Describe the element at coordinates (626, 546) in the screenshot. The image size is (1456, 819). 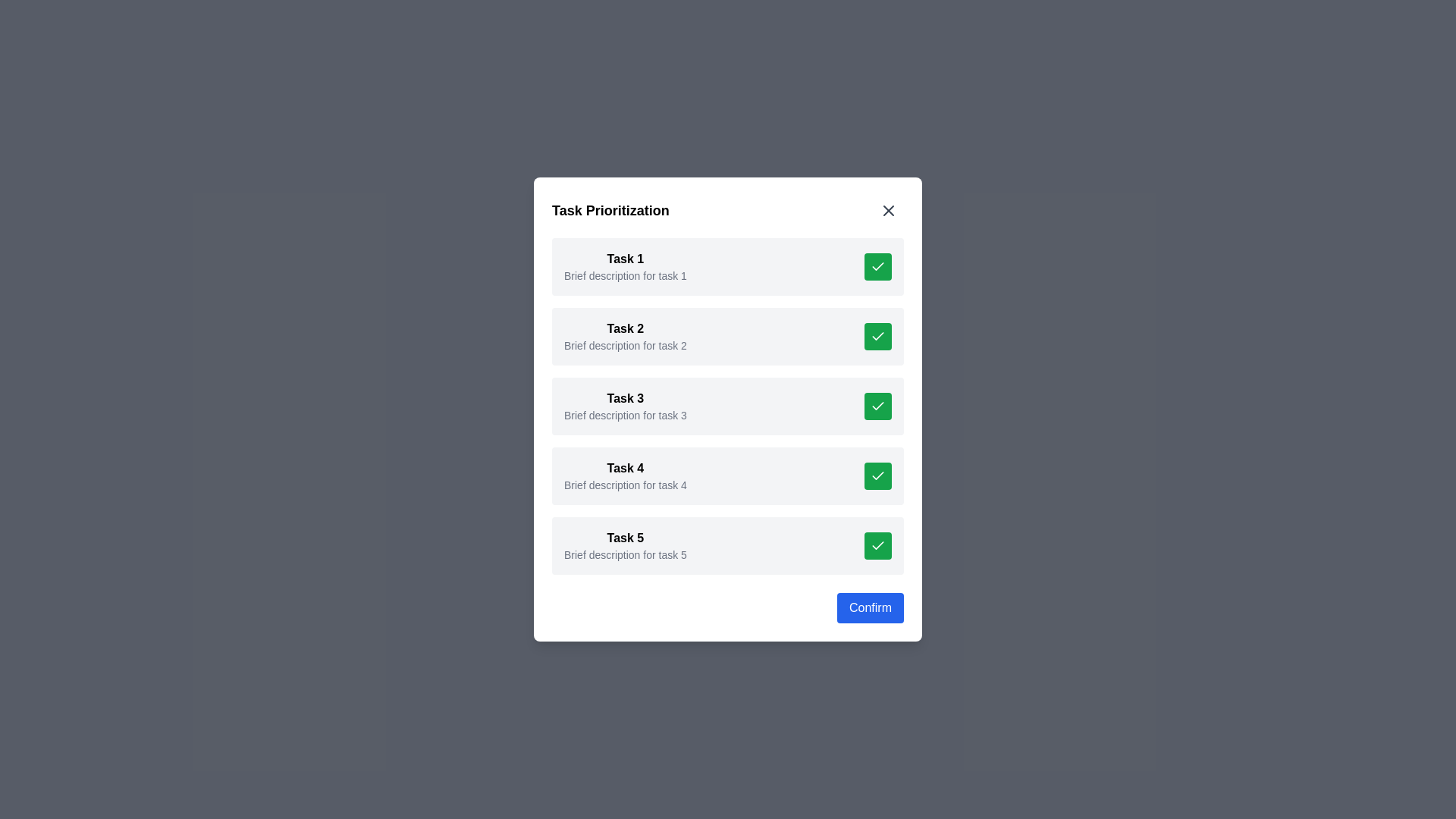
I see `the Text element titled 'Task 5' with a subtitle 'Brief description for task 5', which is centrally aligned within a light gray background` at that location.